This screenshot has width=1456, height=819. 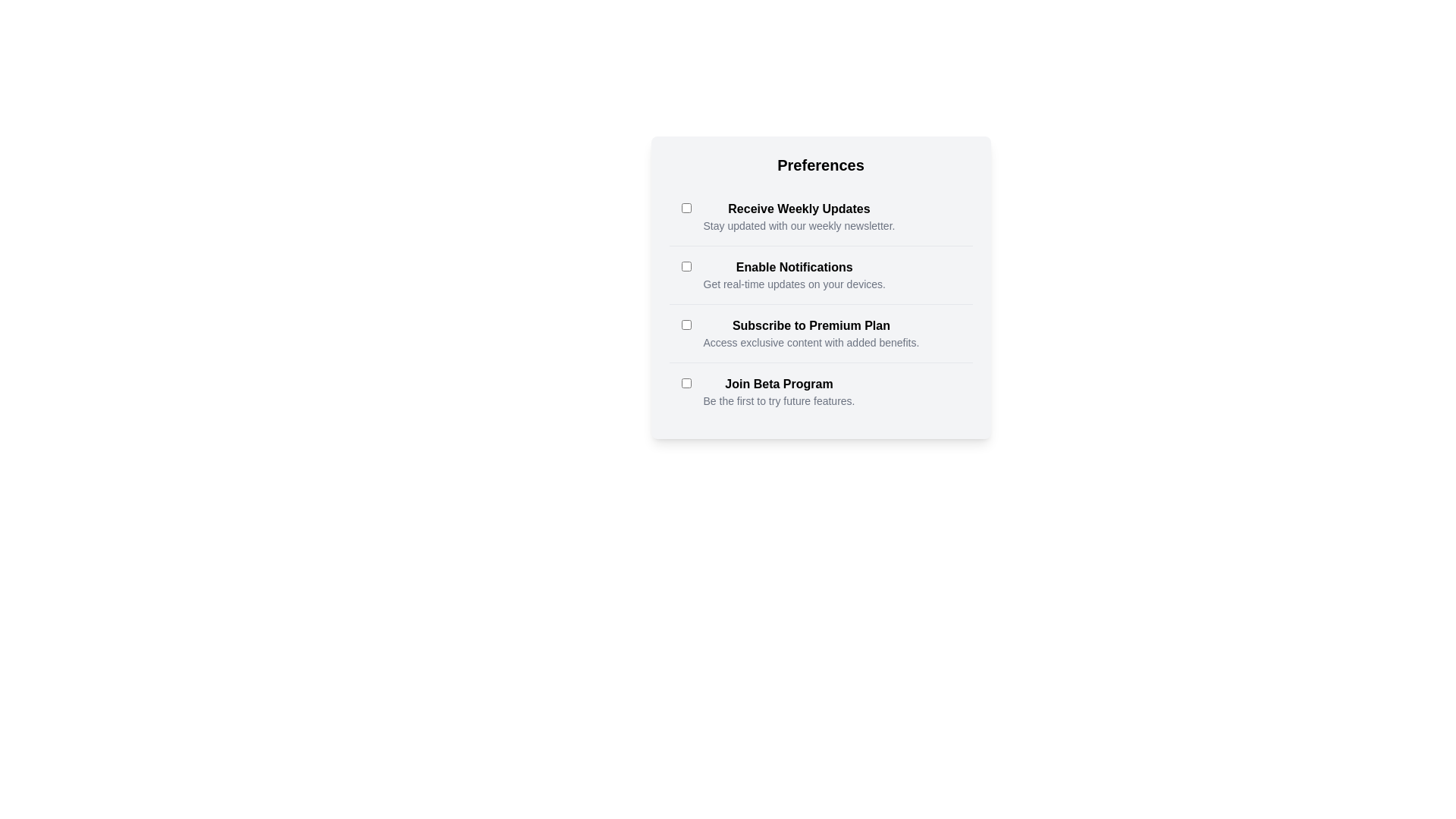 What do you see at coordinates (793, 267) in the screenshot?
I see `the label associated with the checkbox to toggle its state. The label text is Enable Notifications` at bounding box center [793, 267].